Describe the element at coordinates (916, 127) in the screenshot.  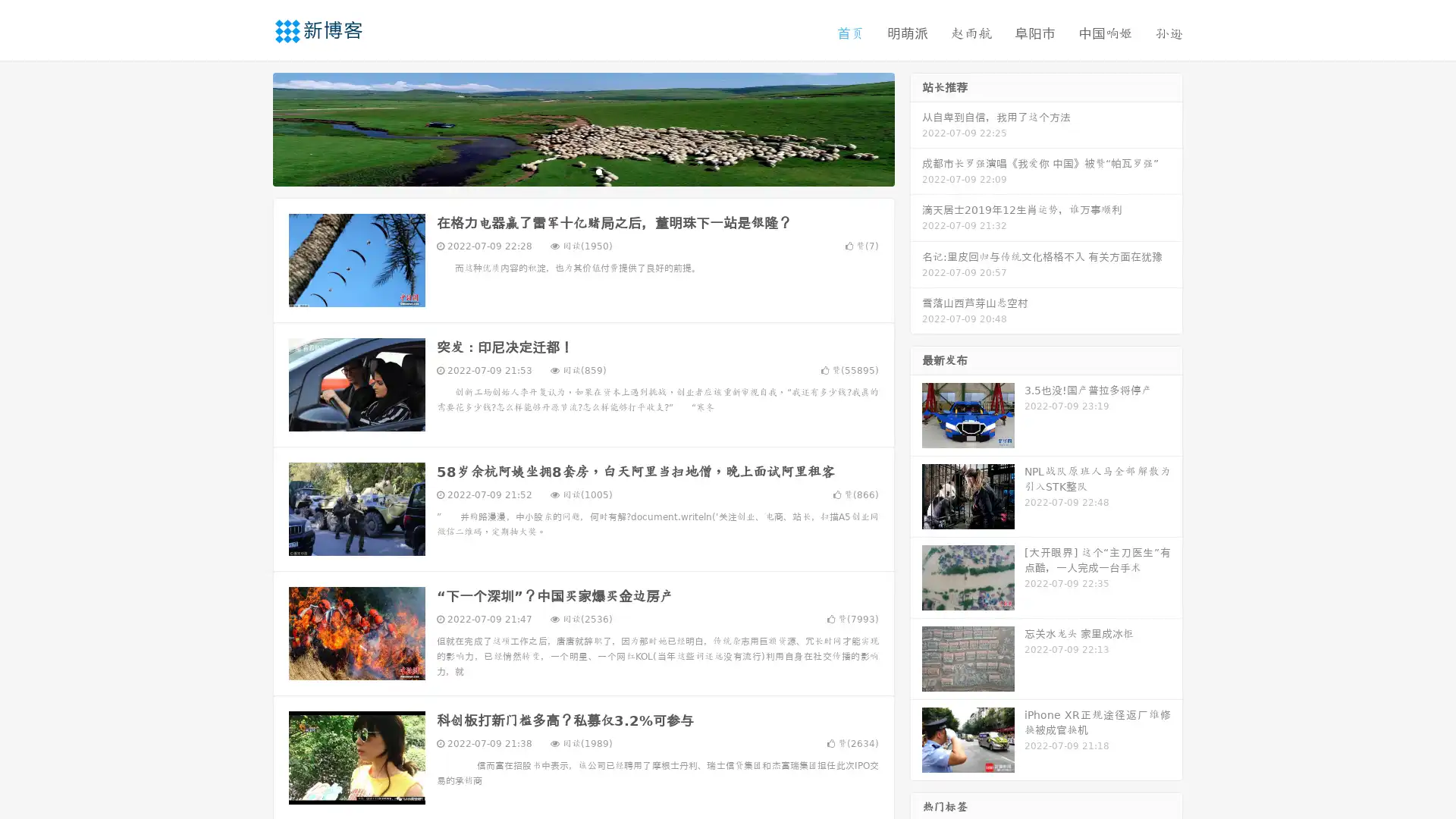
I see `Next slide` at that location.